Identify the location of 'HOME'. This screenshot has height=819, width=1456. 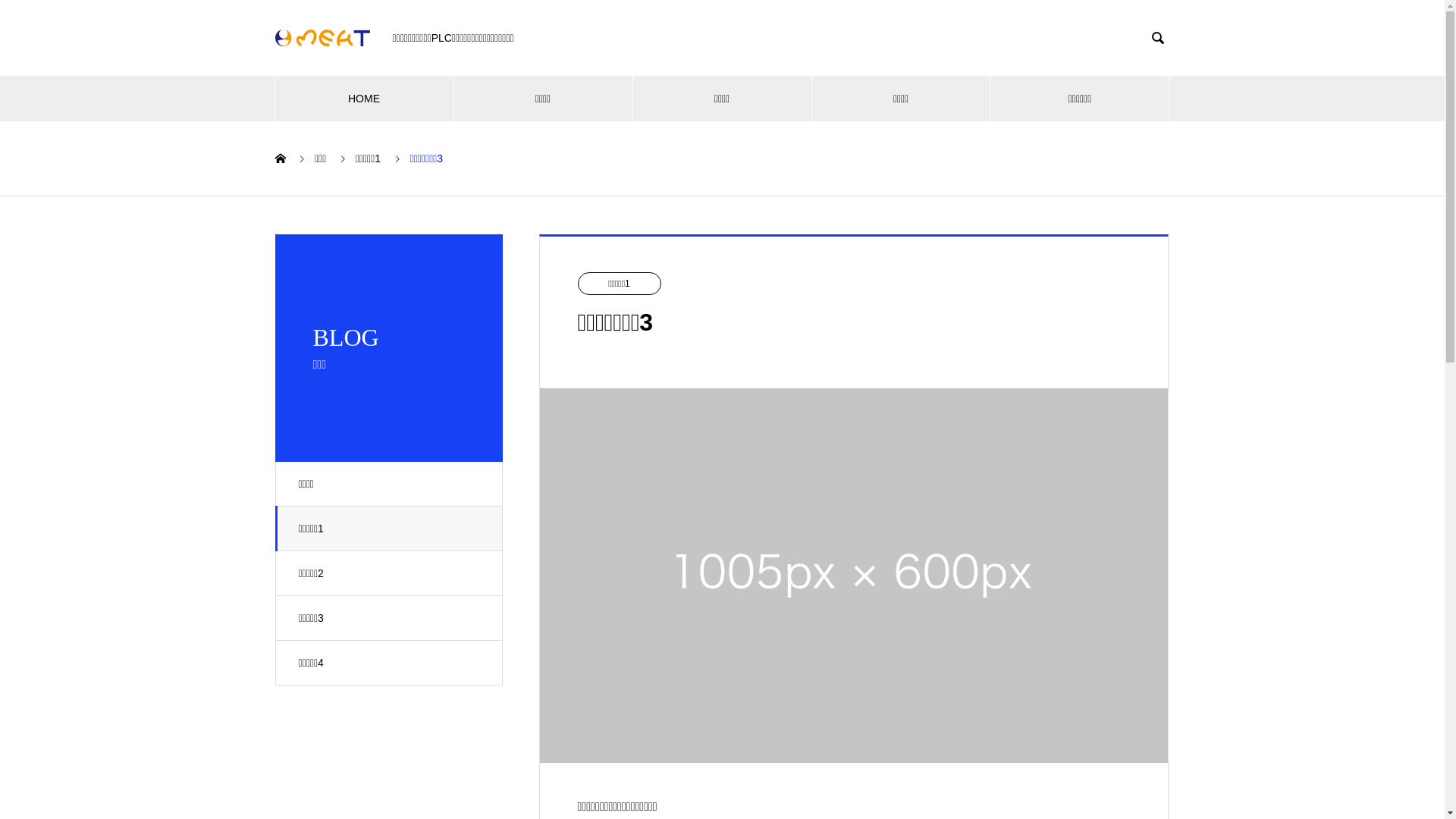
(362, 99).